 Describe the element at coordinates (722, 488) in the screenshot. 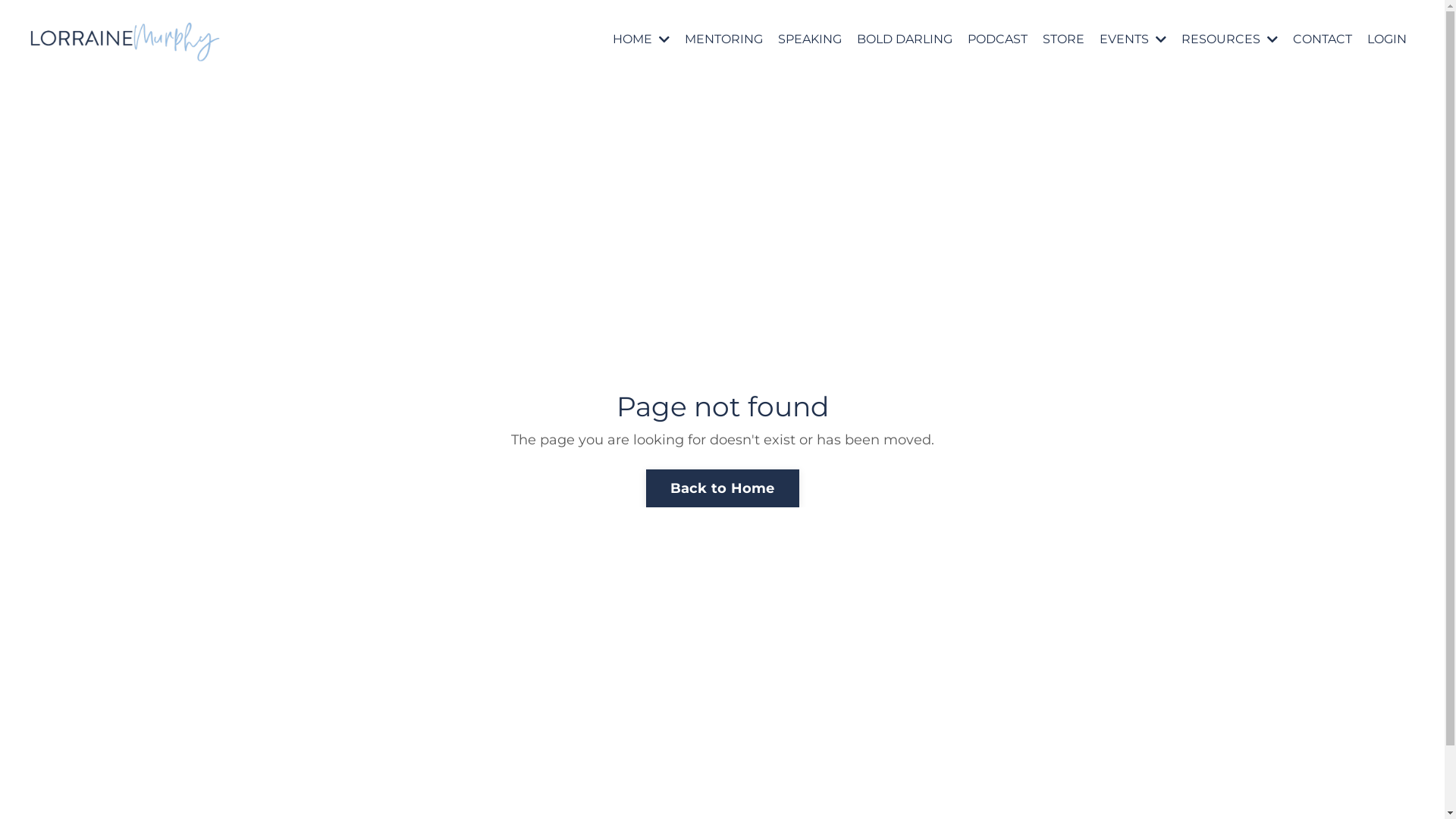

I see `'Back to Home'` at that location.